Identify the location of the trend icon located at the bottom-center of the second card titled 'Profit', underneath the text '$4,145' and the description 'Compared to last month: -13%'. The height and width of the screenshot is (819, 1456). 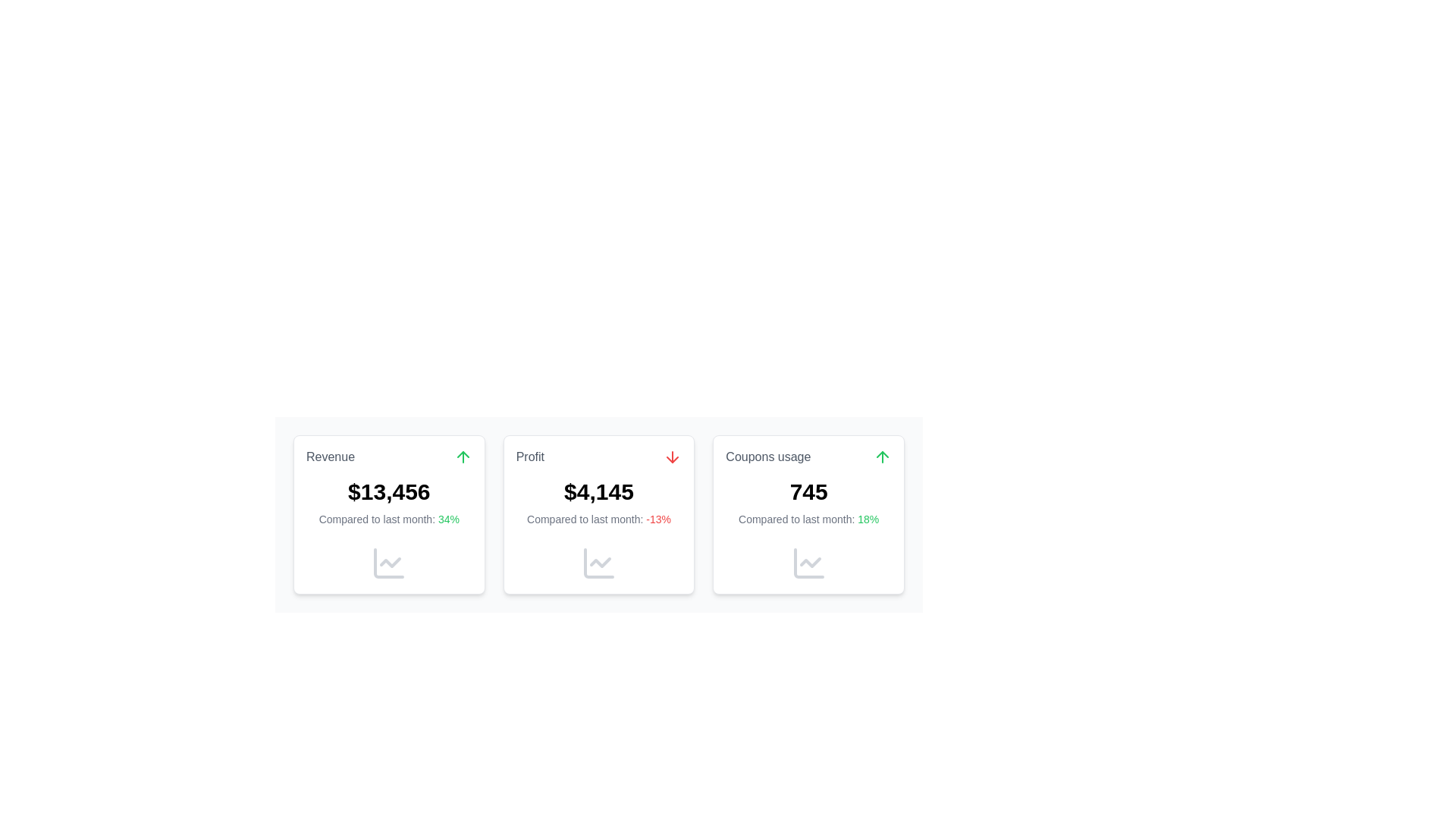
(598, 563).